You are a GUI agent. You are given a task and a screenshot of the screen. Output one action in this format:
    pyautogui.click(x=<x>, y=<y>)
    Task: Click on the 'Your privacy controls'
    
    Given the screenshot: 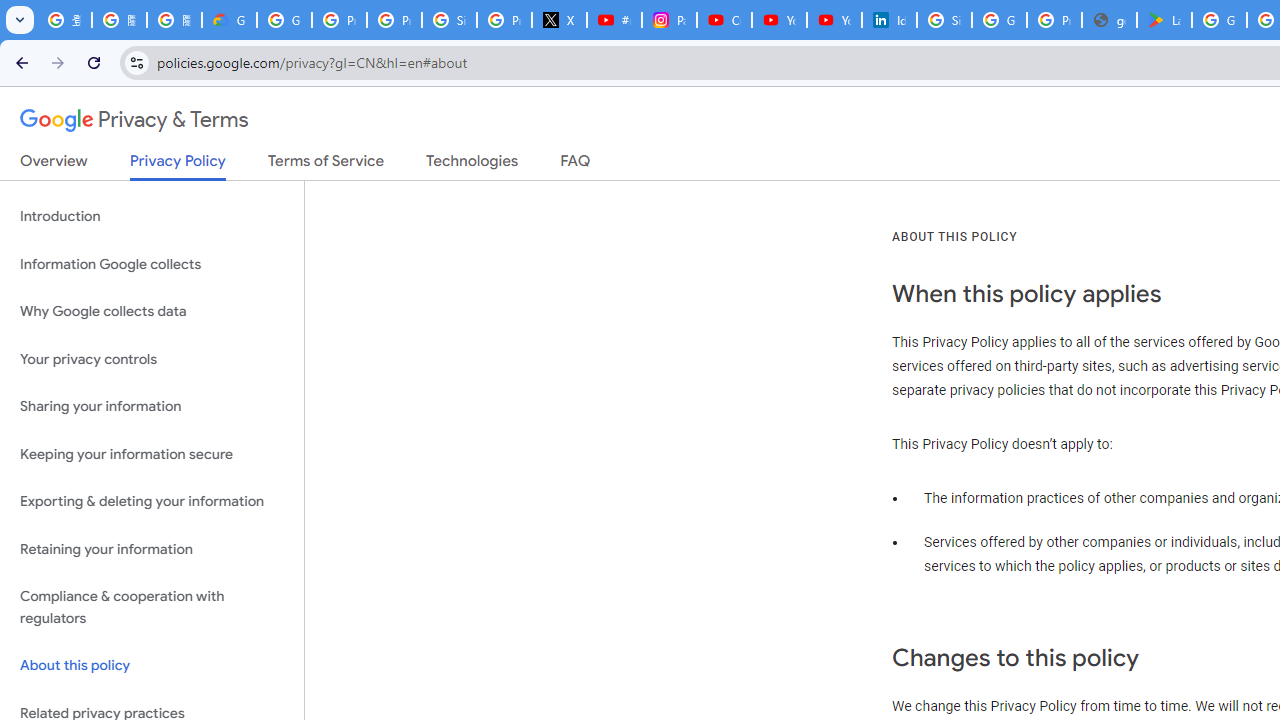 What is the action you would take?
    pyautogui.click(x=151, y=358)
    